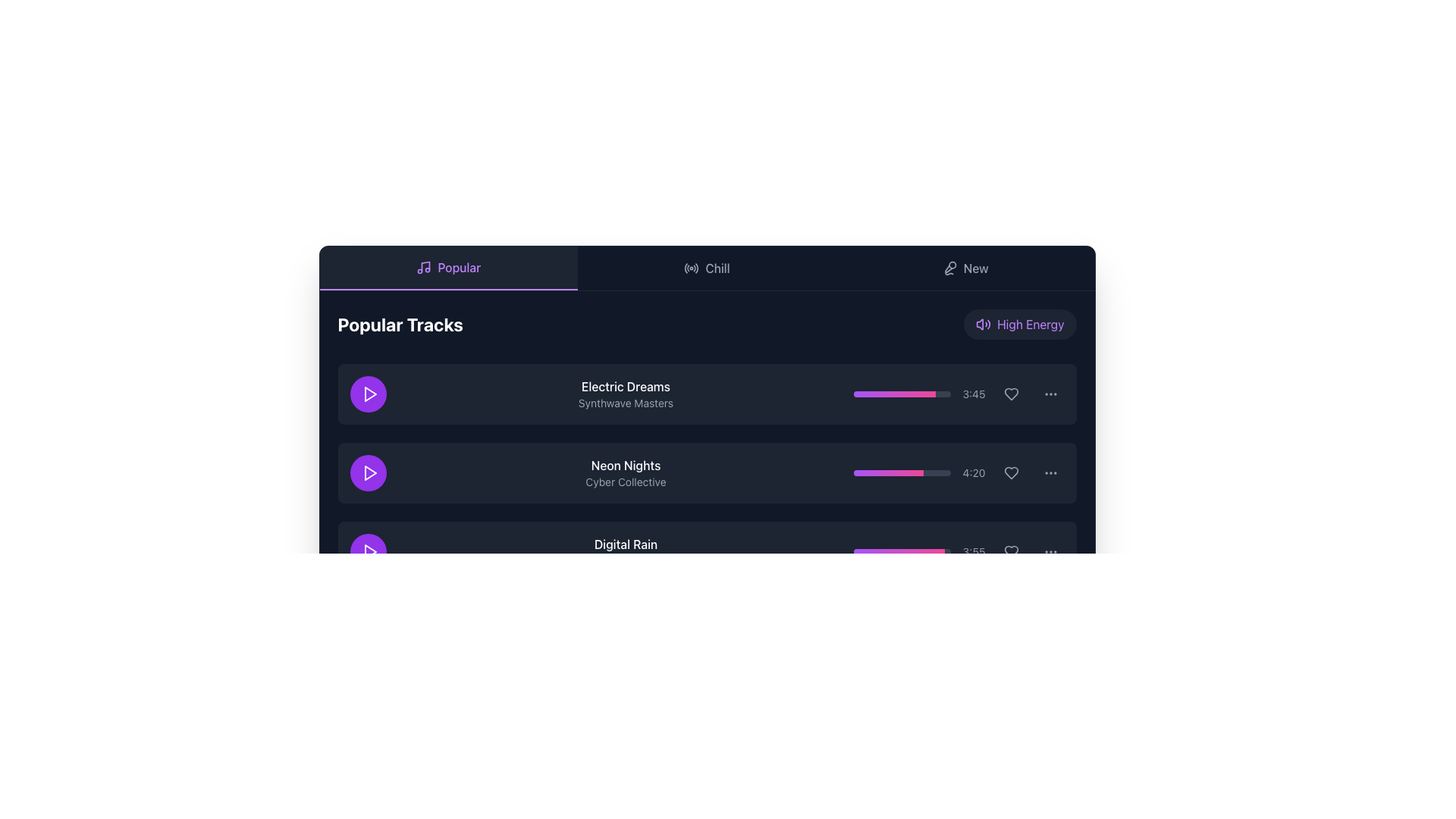  What do you see at coordinates (368, 472) in the screenshot?
I see `the circular purple button with a white play icon located to the left of the text 'Neon Nights' in the 'Popular Tracks' section` at bounding box center [368, 472].